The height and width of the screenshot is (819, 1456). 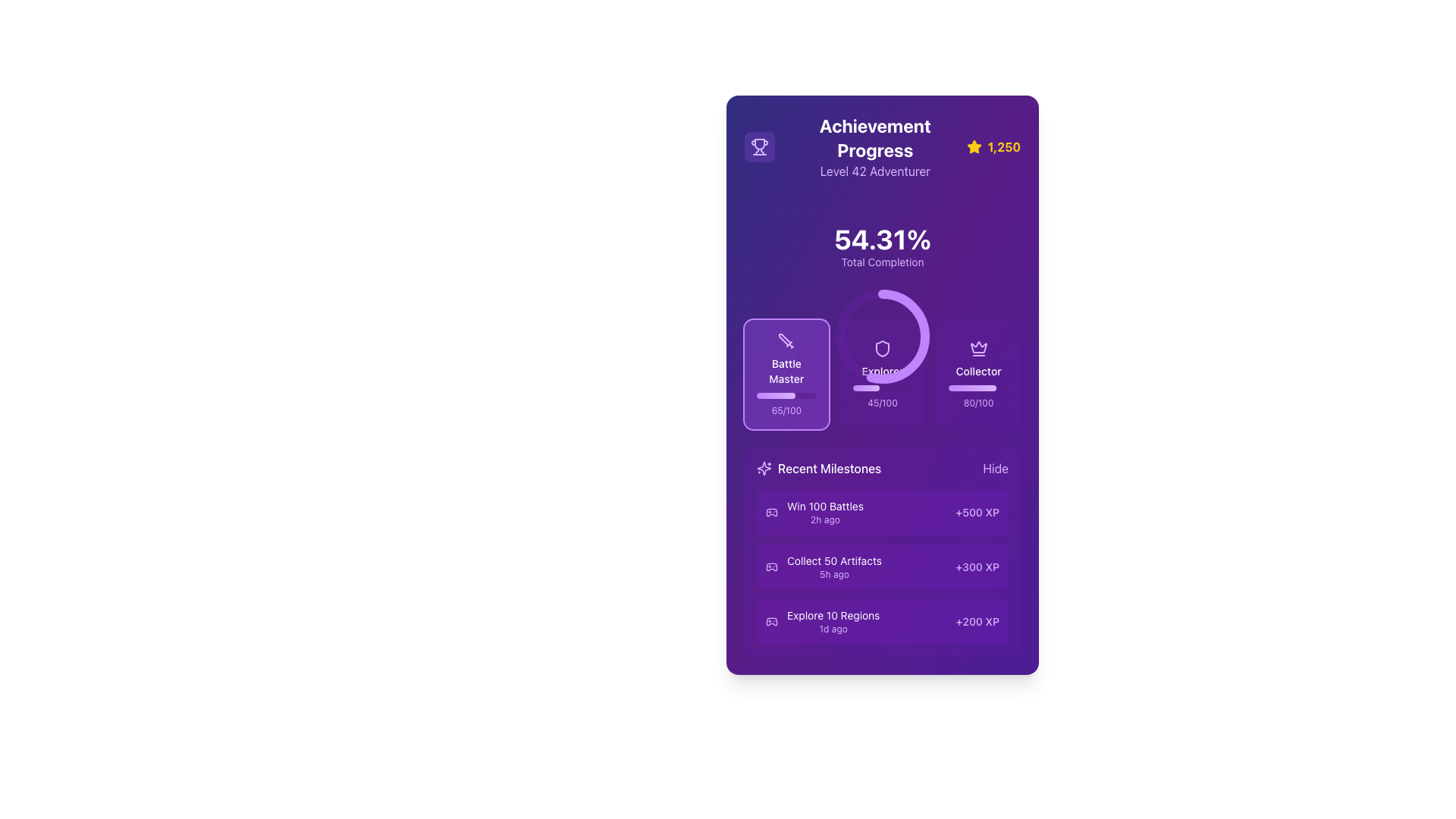 What do you see at coordinates (875, 171) in the screenshot?
I see `the text label displaying 'Level 42 Adventurer', which indicates the user's achievement or status level, located under the 'Achievement Progress' header` at bounding box center [875, 171].